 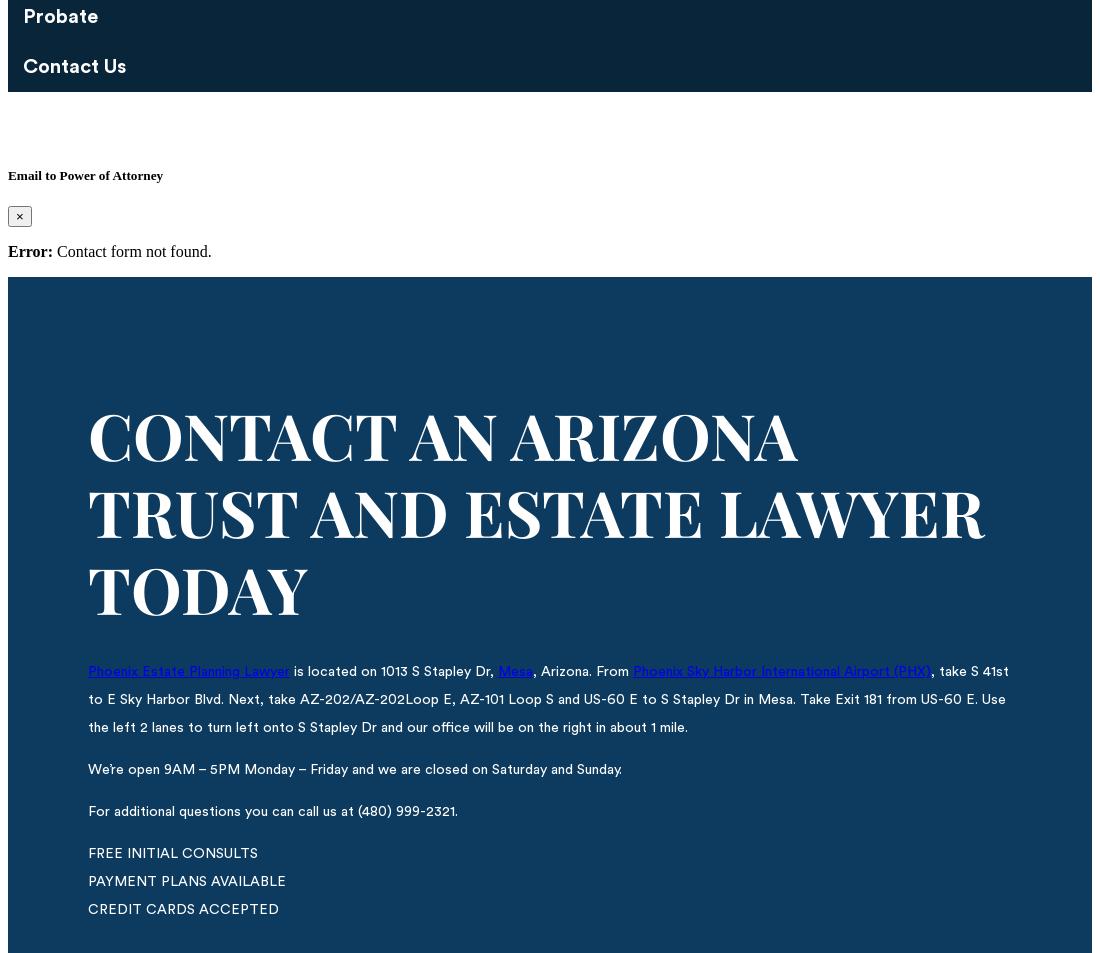 I want to click on 'PAYMENT PLANS AVAILABLE', so click(x=186, y=880).